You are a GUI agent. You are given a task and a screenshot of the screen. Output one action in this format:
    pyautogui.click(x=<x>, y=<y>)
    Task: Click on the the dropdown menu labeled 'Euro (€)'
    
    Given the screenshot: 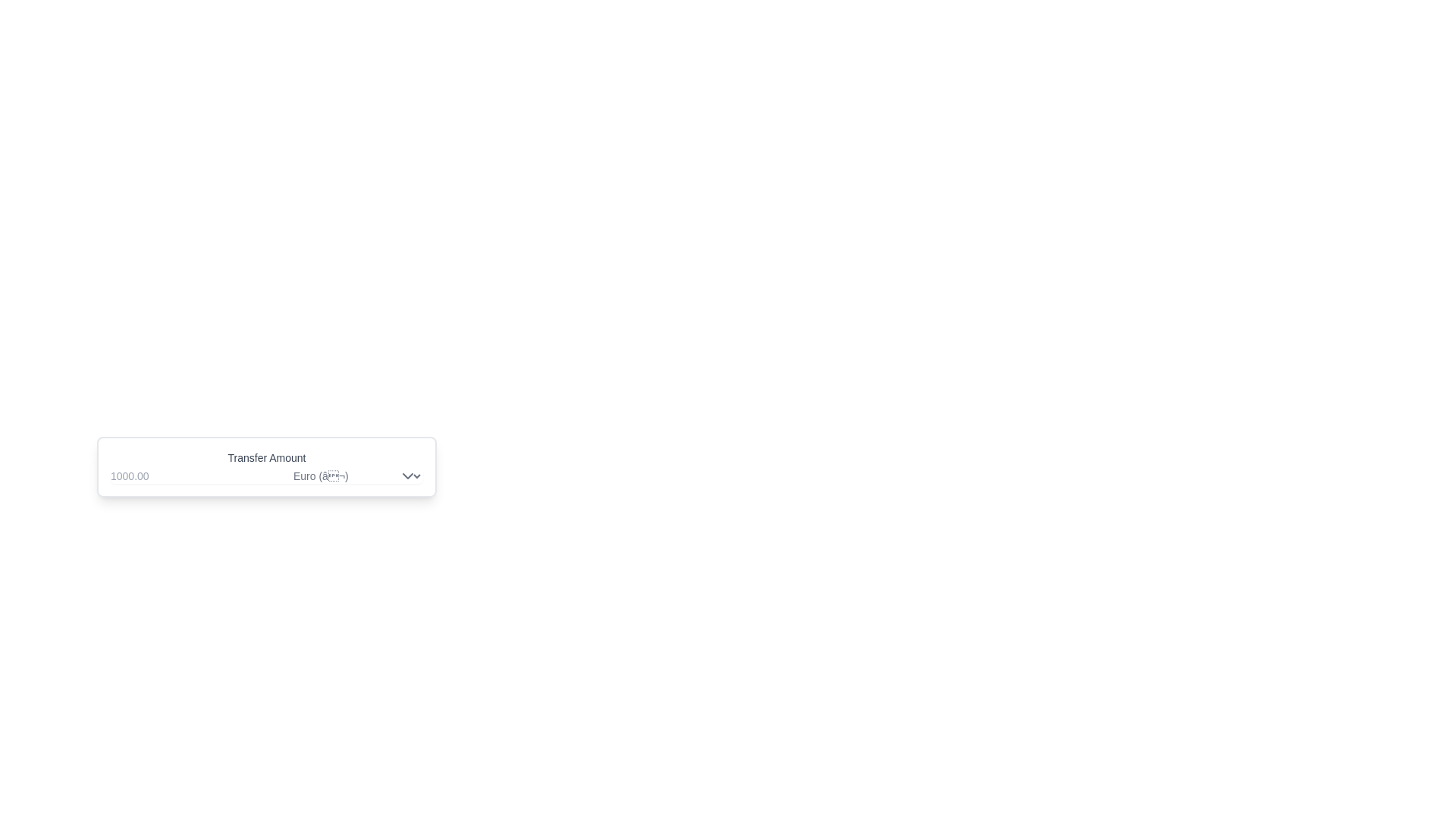 What is the action you would take?
    pyautogui.click(x=351, y=475)
    